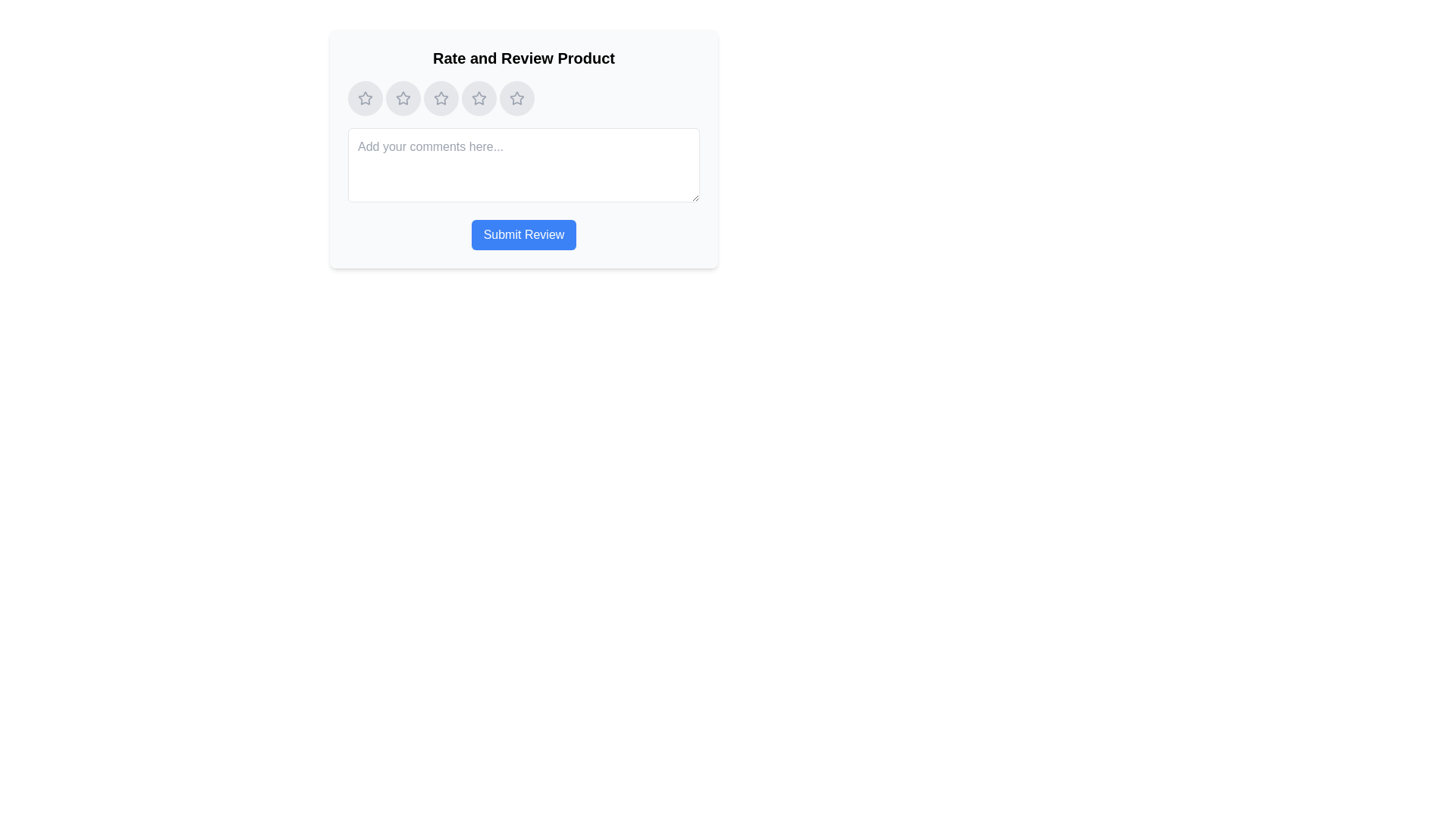  What do you see at coordinates (403, 99) in the screenshot?
I see `the circular button with a gray background and star icon` at bounding box center [403, 99].